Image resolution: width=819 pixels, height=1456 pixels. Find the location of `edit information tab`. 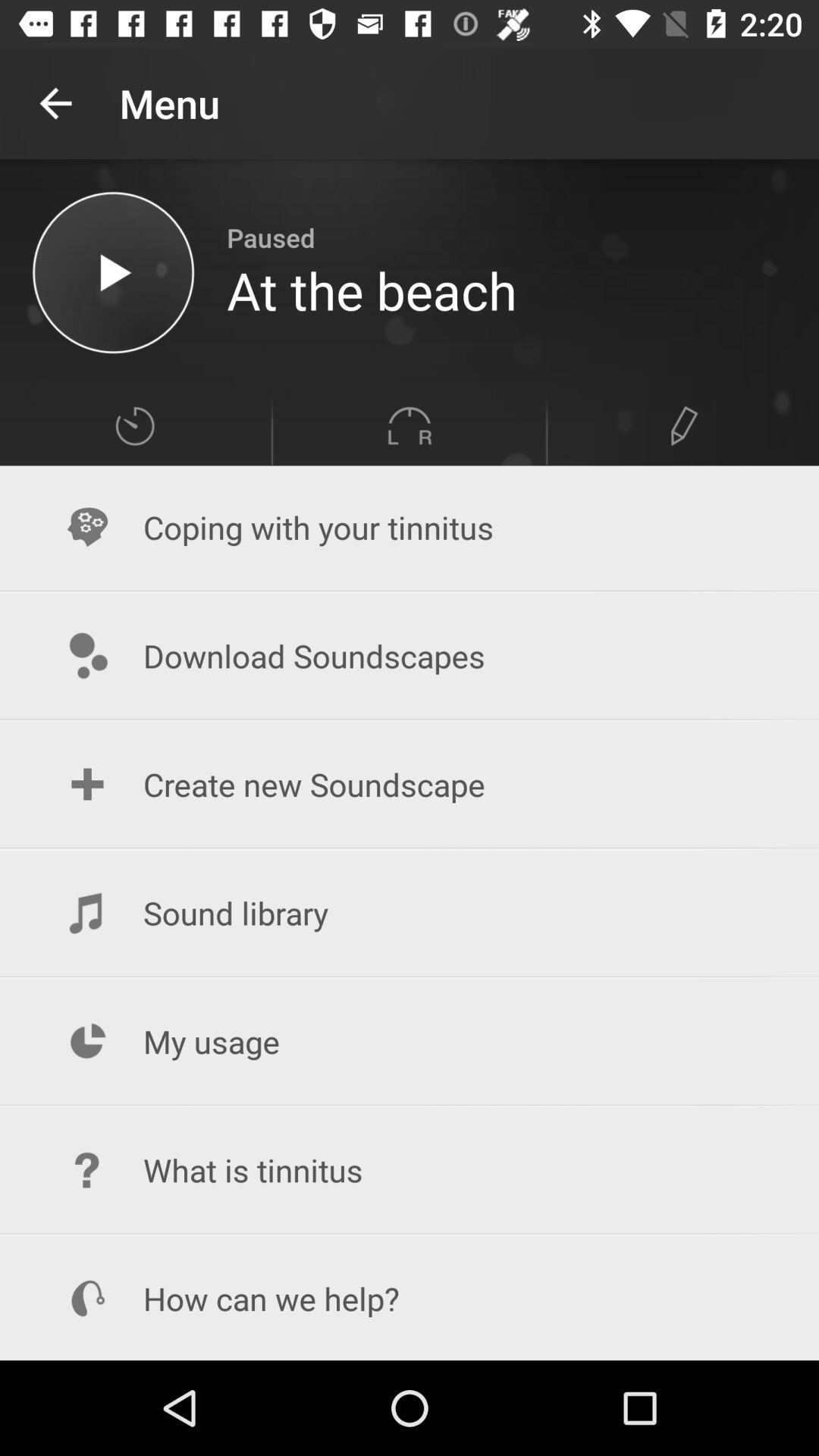

edit information tab is located at coordinates (684, 425).